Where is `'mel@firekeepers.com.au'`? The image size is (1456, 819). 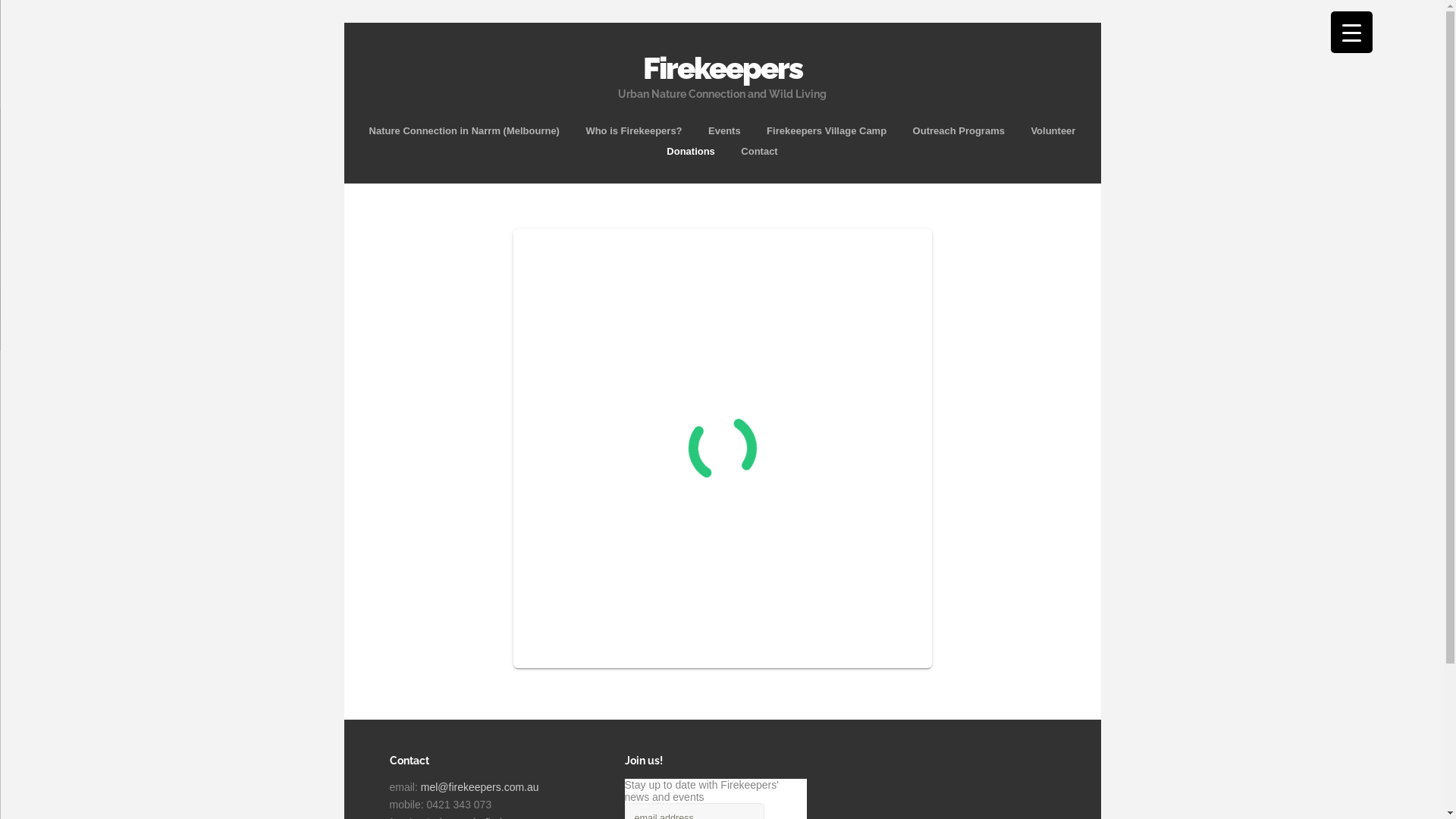
'mel@firekeepers.com.au' is located at coordinates (479, 786).